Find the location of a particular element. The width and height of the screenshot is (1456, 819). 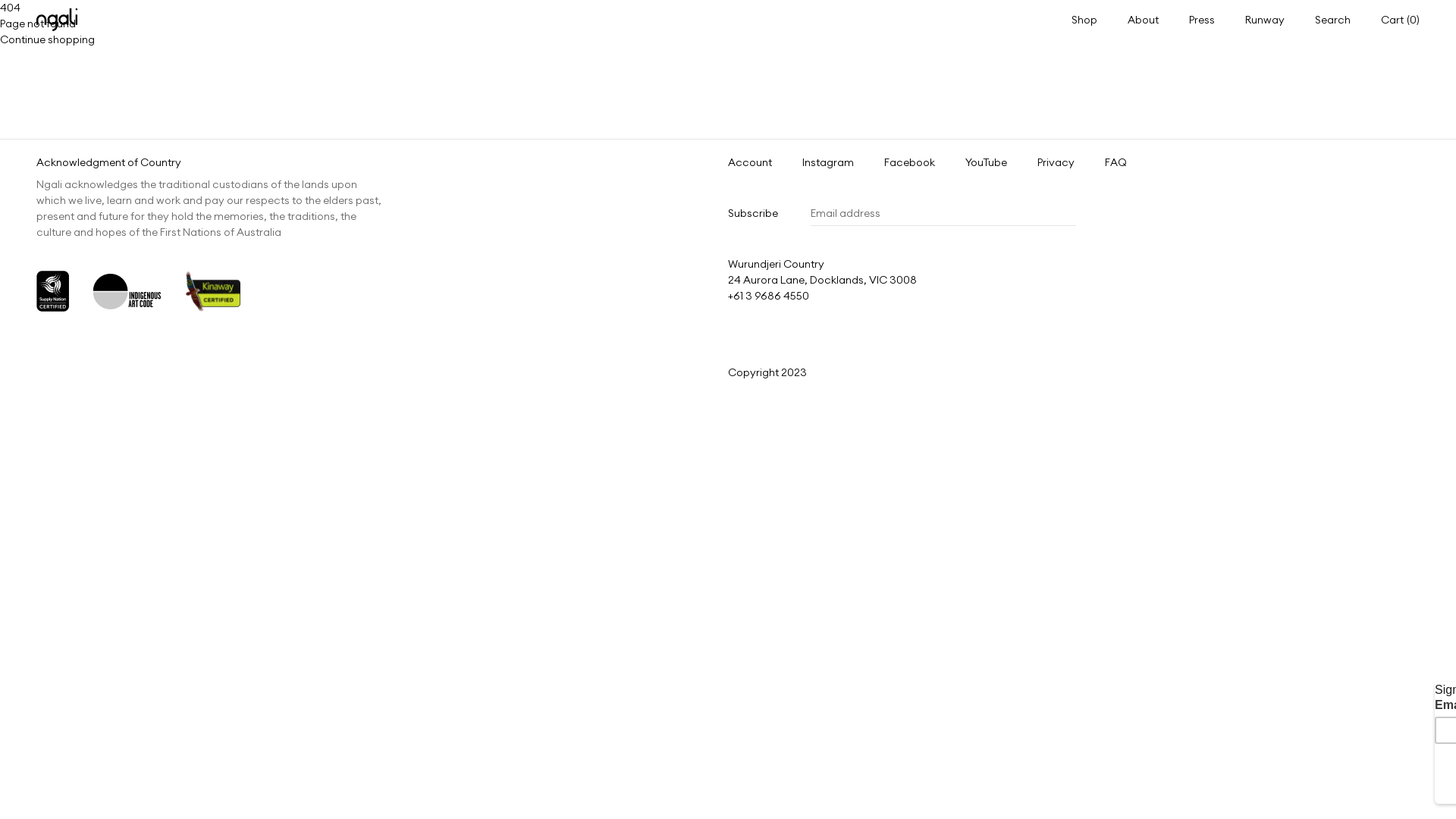

'Continue shopping' is located at coordinates (47, 38).